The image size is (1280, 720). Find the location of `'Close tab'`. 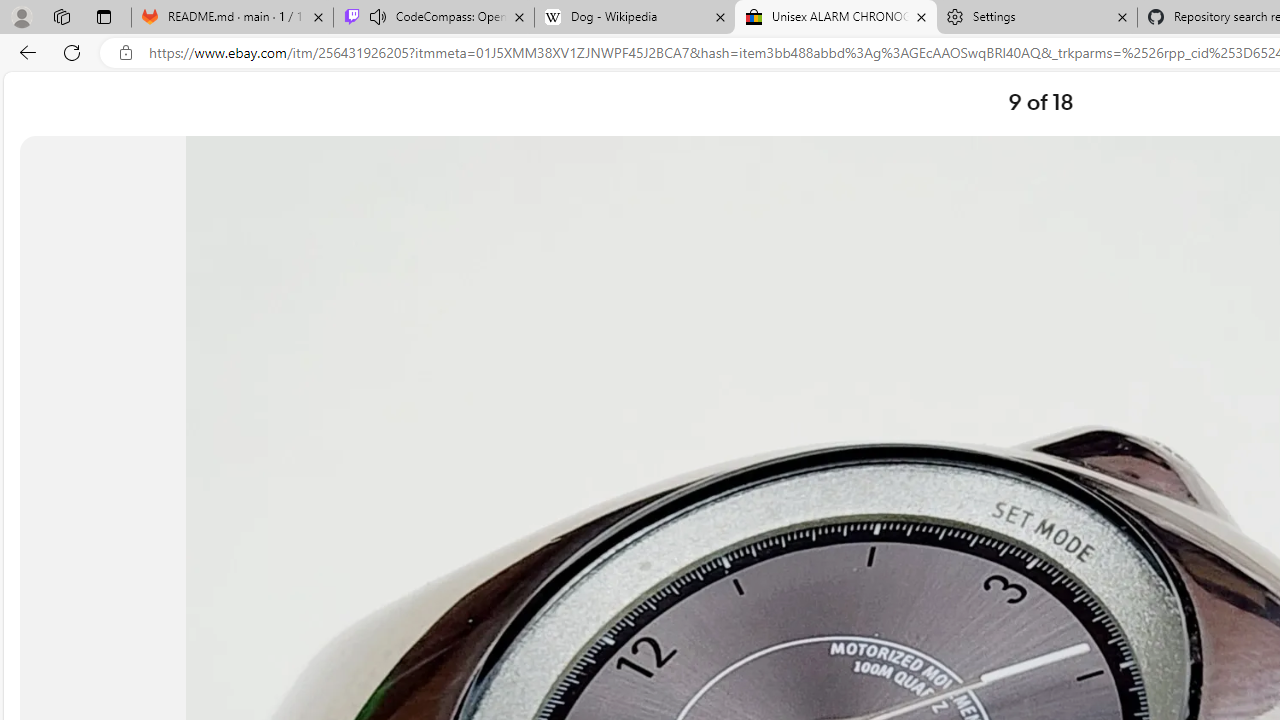

'Close tab' is located at coordinates (1122, 17).